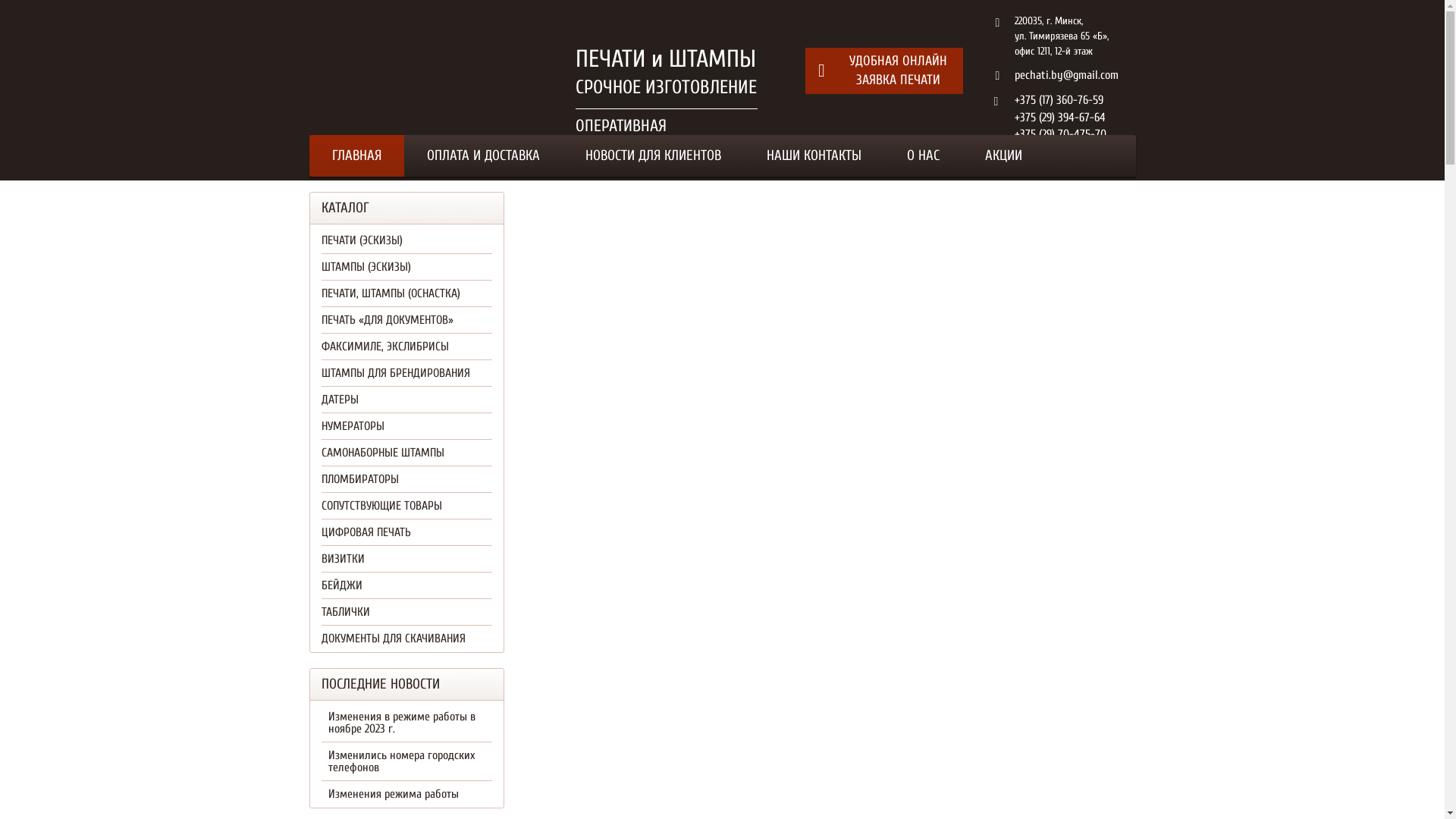 Image resolution: width=1456 pixels, height=819 pixels. I want to click on 'pechati.by@gmail.com', so click(1015, 75).